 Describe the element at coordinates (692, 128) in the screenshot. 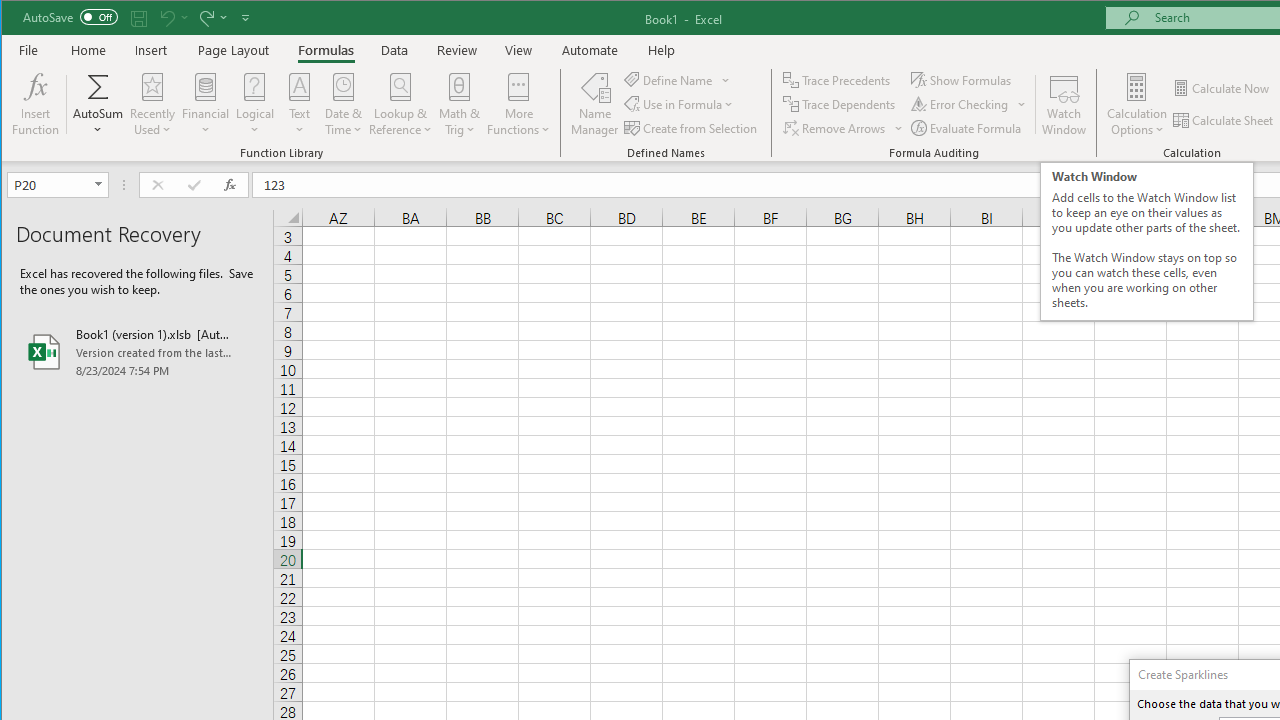

I see `'Create from Selection...'` at that location.